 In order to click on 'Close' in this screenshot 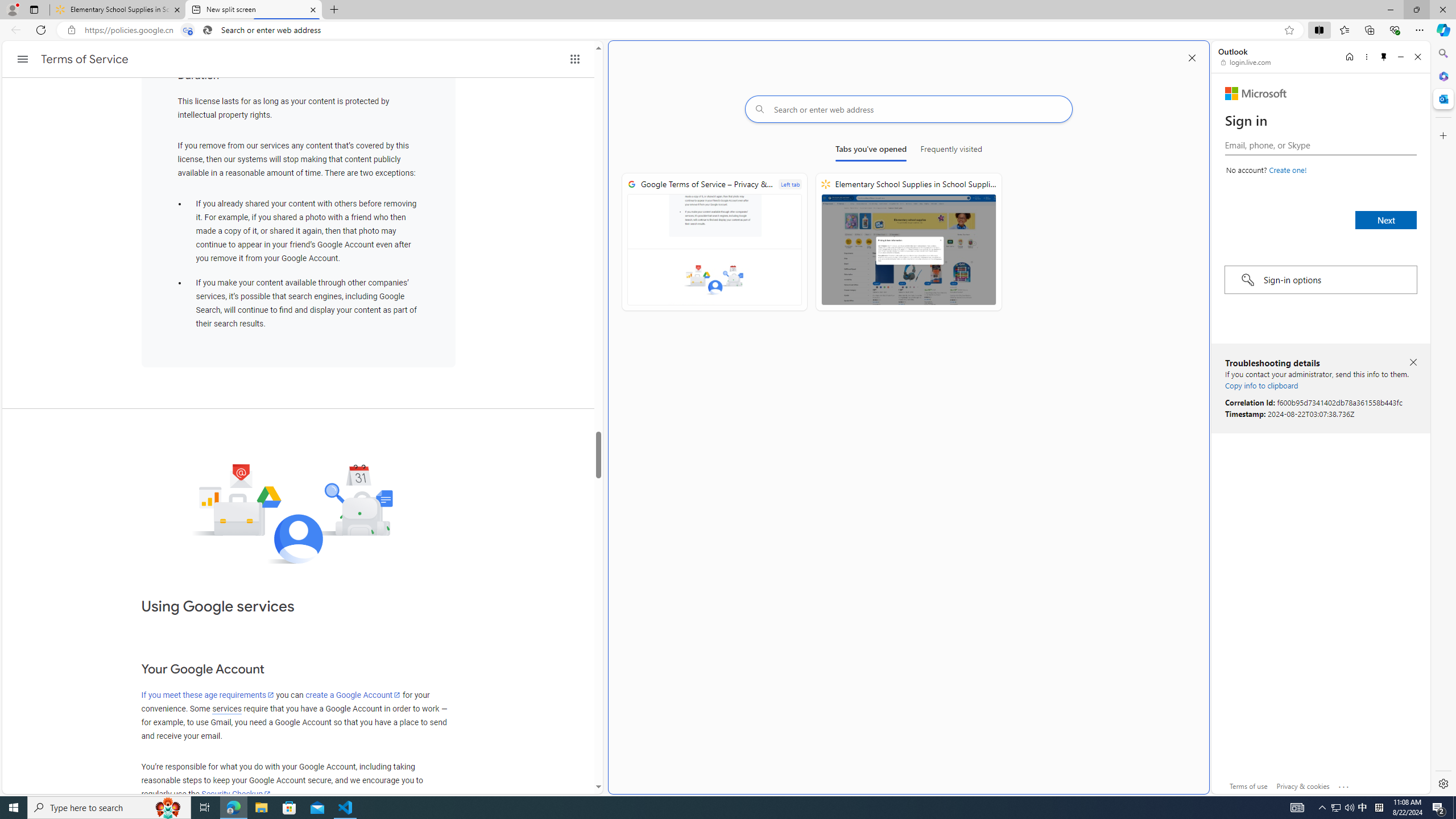, I will do `click(1417, 56)`.